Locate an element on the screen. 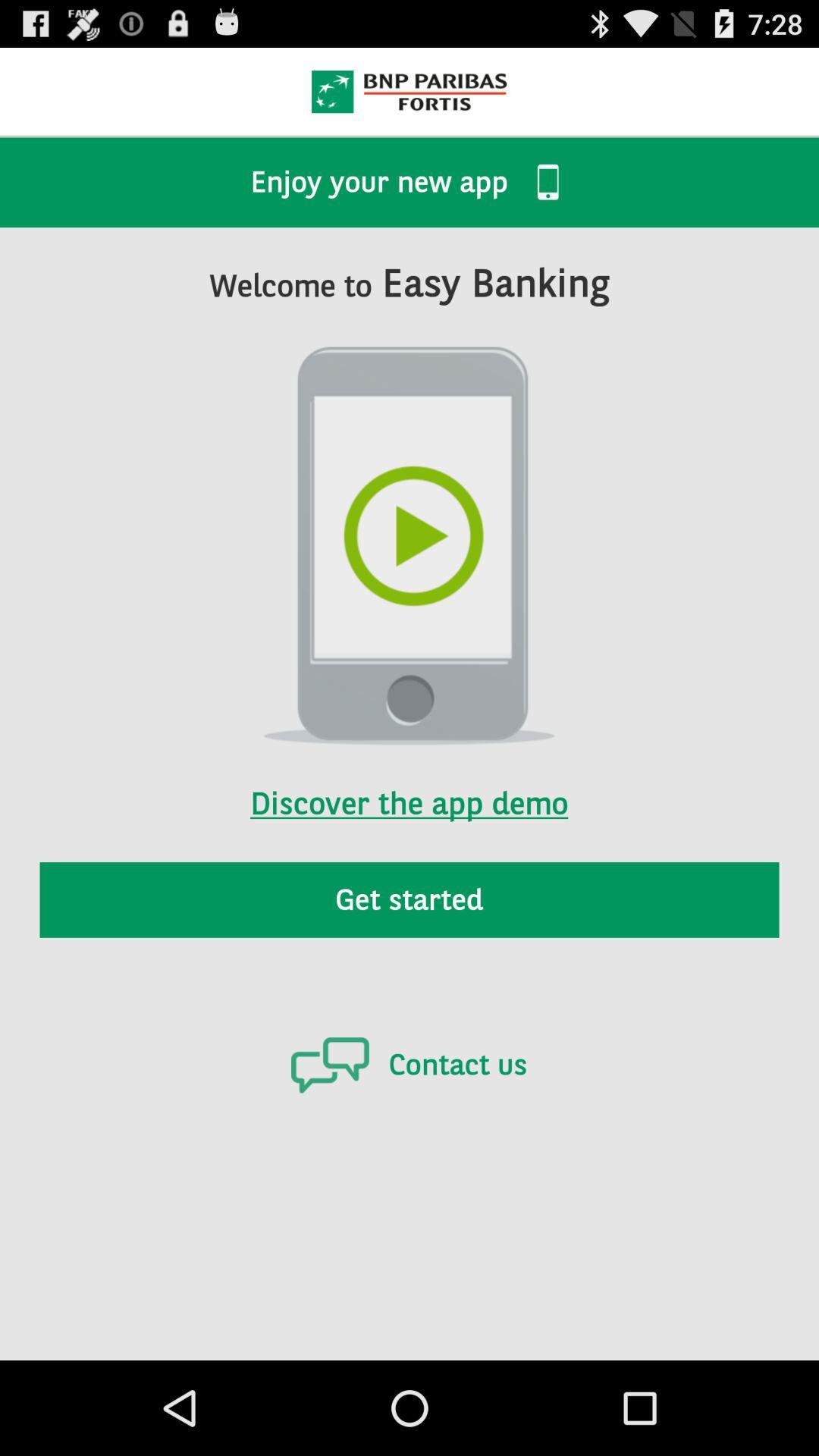 Image resolution: width=819 pixels, height=1456 pixels. the contact us icon is located at coordinates (408, 1064).